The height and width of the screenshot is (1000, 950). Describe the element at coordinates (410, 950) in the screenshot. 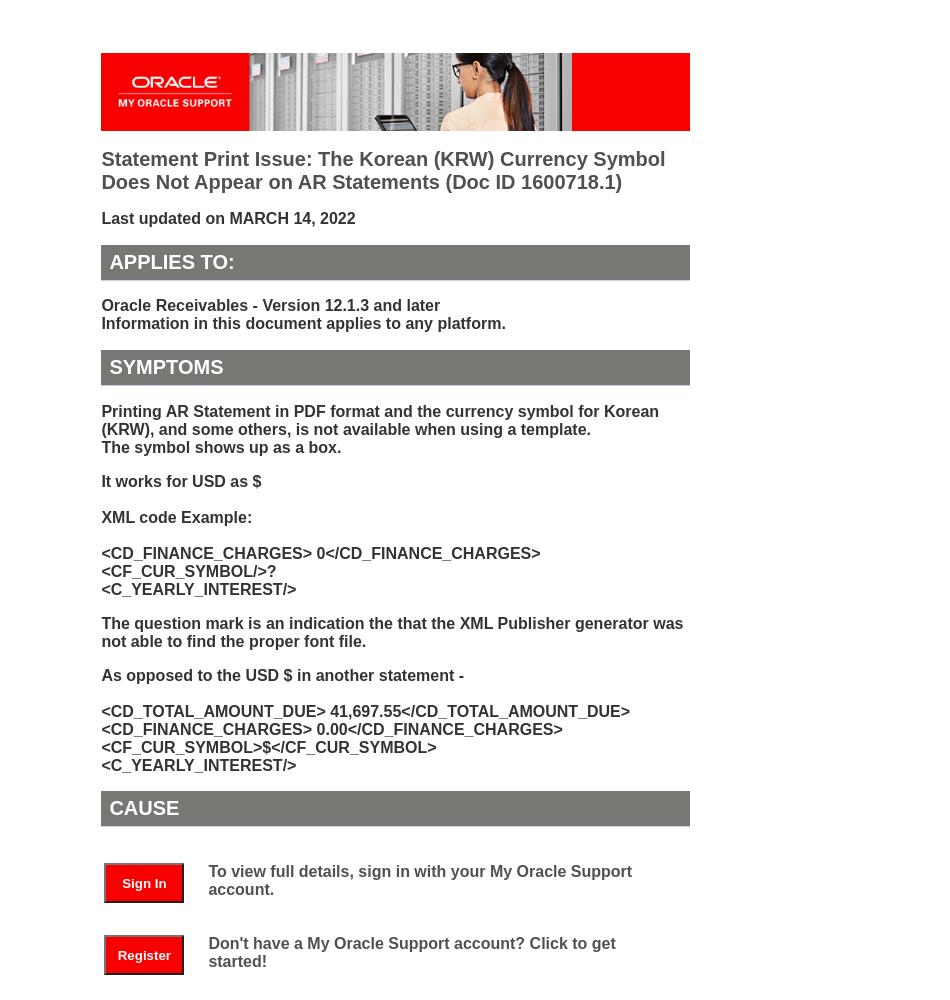

I see `'Don't have a My Oracle Support account?  Click to get started!'` at that location.